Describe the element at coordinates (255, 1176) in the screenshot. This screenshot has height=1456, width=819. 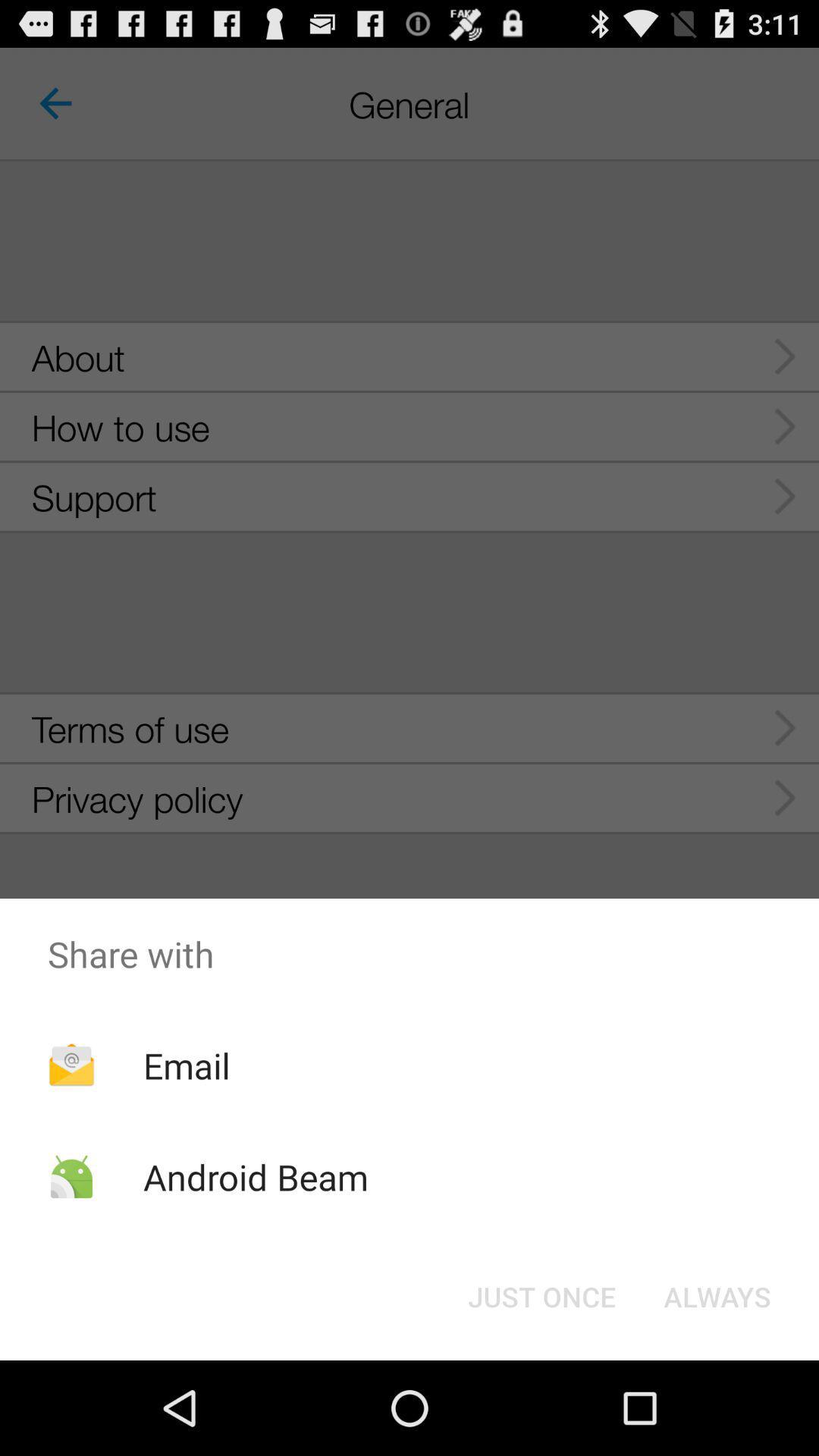
I see `the android beam icon` at that location.